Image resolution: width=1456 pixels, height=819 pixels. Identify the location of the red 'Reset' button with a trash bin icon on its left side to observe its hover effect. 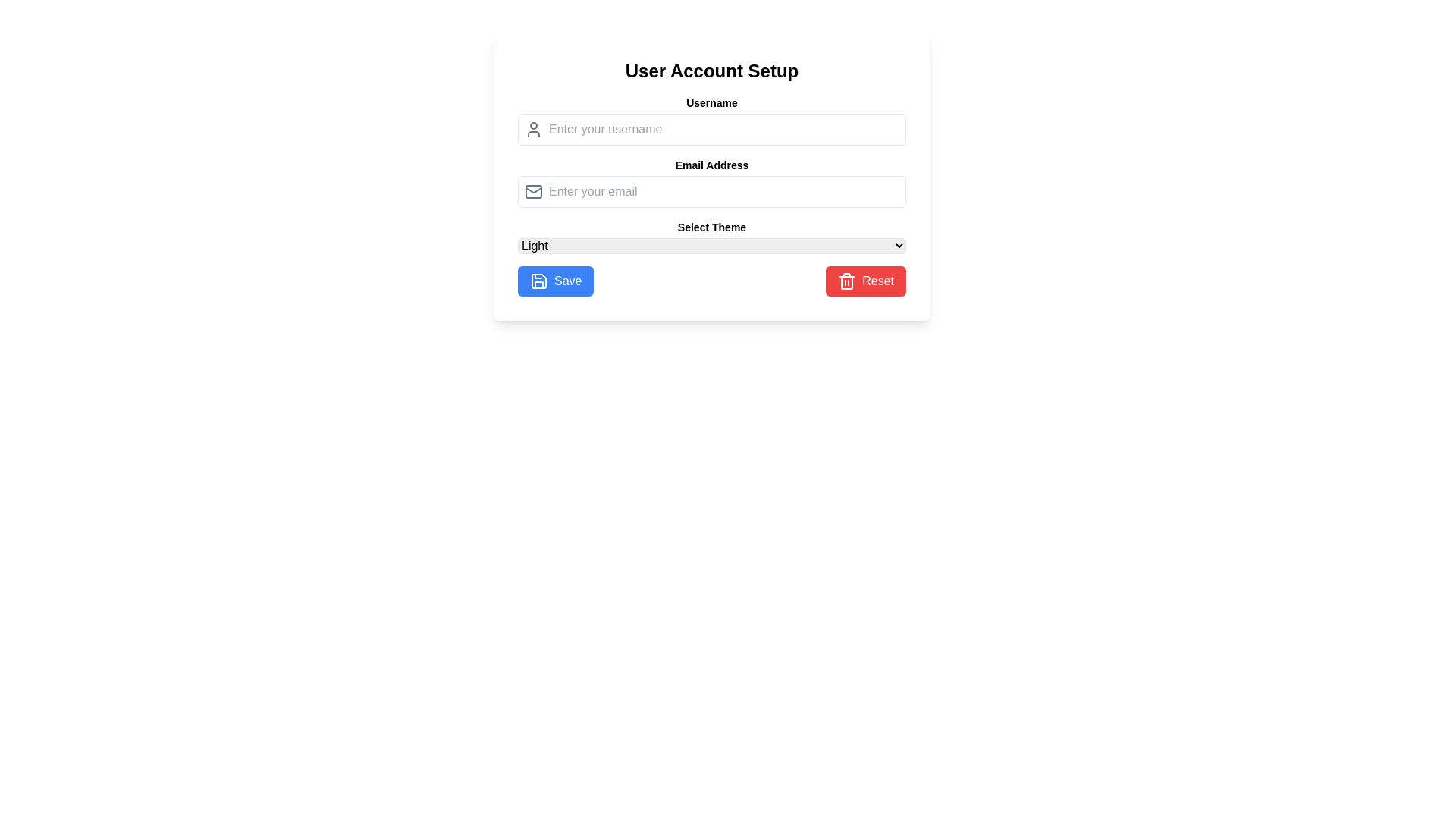
(866, 281).